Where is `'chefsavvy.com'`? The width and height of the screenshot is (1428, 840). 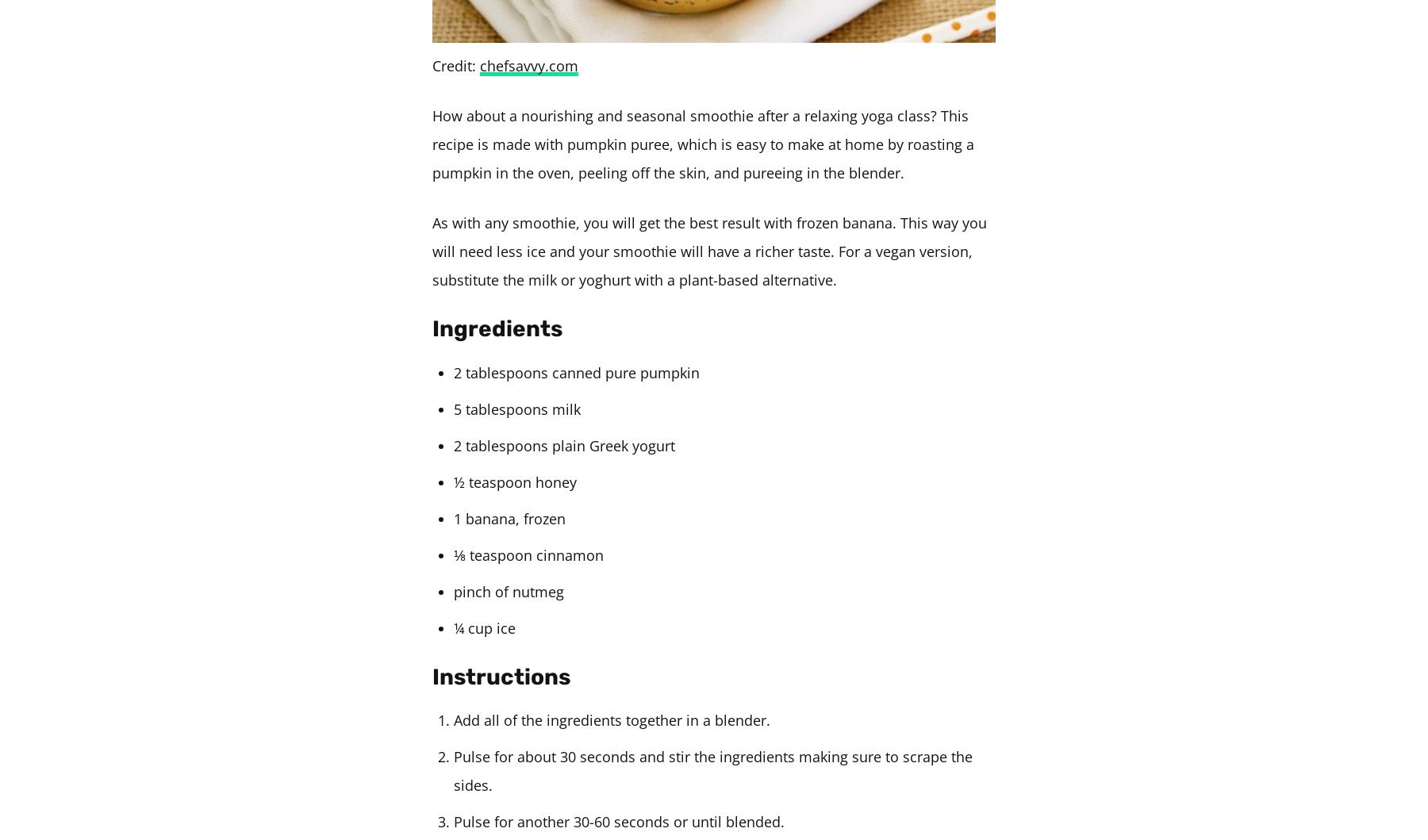 'chefsavvy.com' is located at coordinates (529, 66).